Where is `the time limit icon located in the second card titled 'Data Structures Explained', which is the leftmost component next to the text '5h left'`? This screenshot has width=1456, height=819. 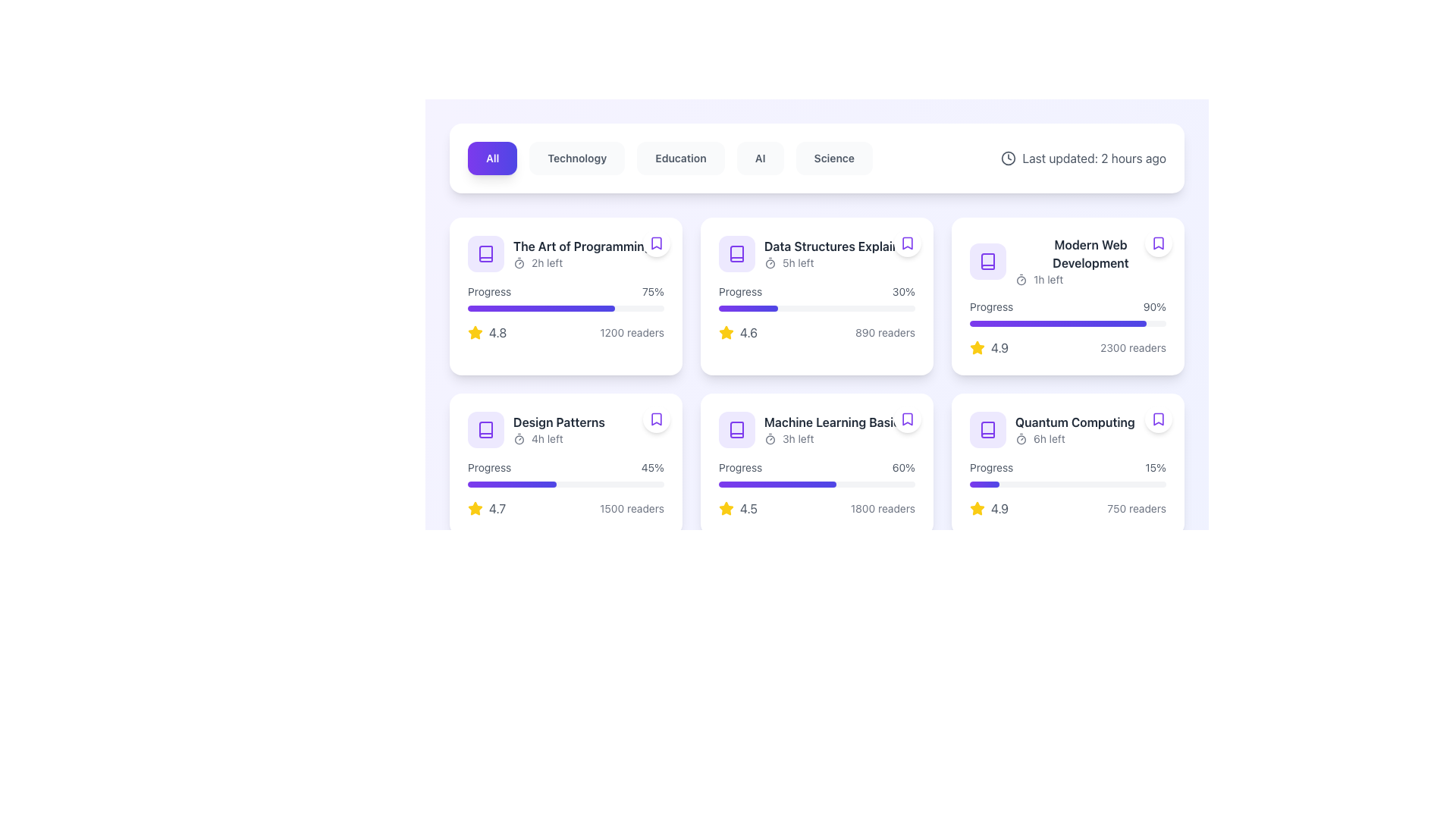
the time limit icon located in the second card titled 'Data Structures Explained', which is the leftmost component next to the text '5h left' is located at coordinates (770, 262).